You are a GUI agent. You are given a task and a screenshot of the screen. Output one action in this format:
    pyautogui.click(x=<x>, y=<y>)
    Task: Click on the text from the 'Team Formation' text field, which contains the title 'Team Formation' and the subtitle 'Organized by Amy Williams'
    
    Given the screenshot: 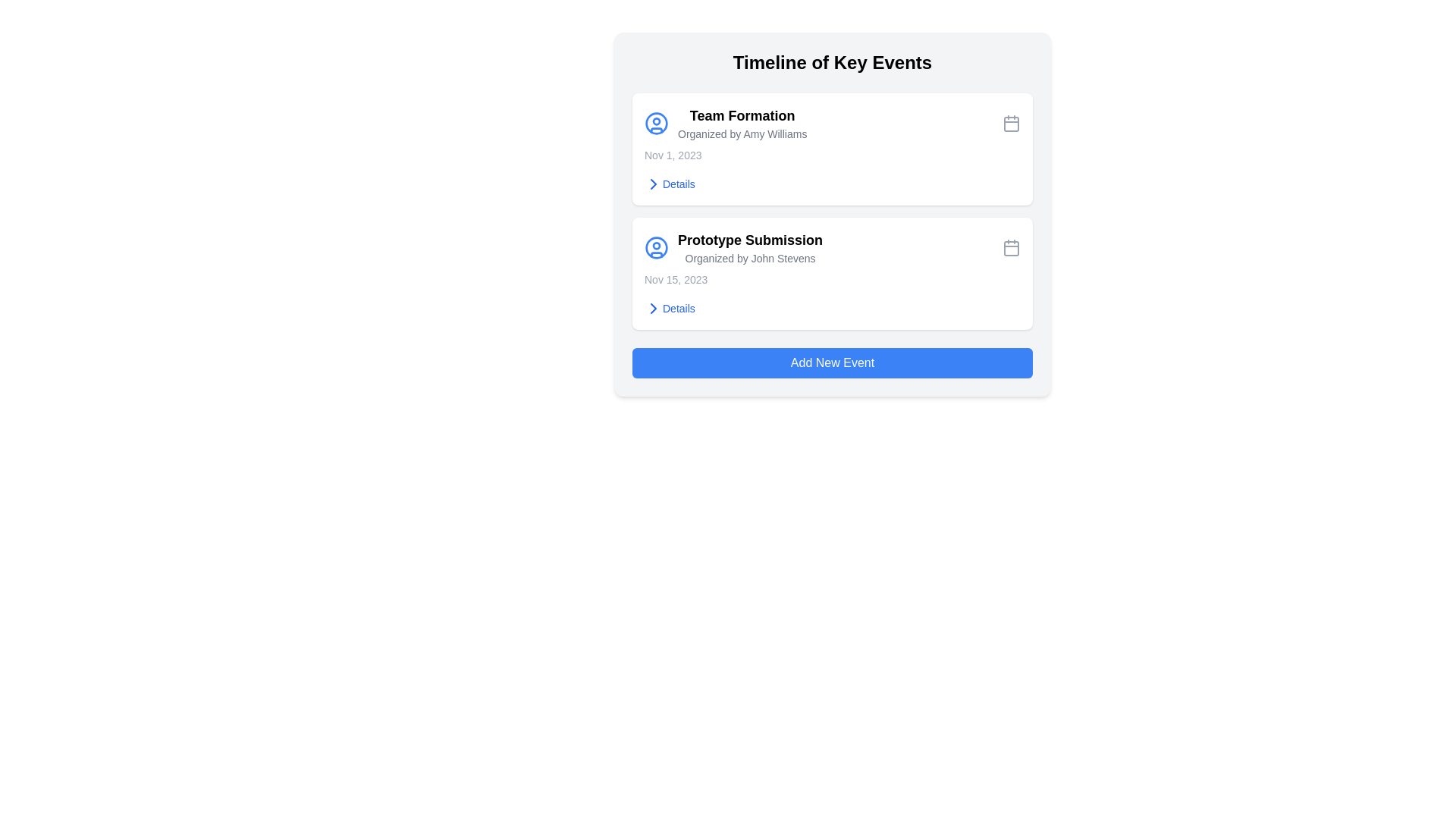 What is the action you would take?
    pyautogui.click(x=742, y=122)
    